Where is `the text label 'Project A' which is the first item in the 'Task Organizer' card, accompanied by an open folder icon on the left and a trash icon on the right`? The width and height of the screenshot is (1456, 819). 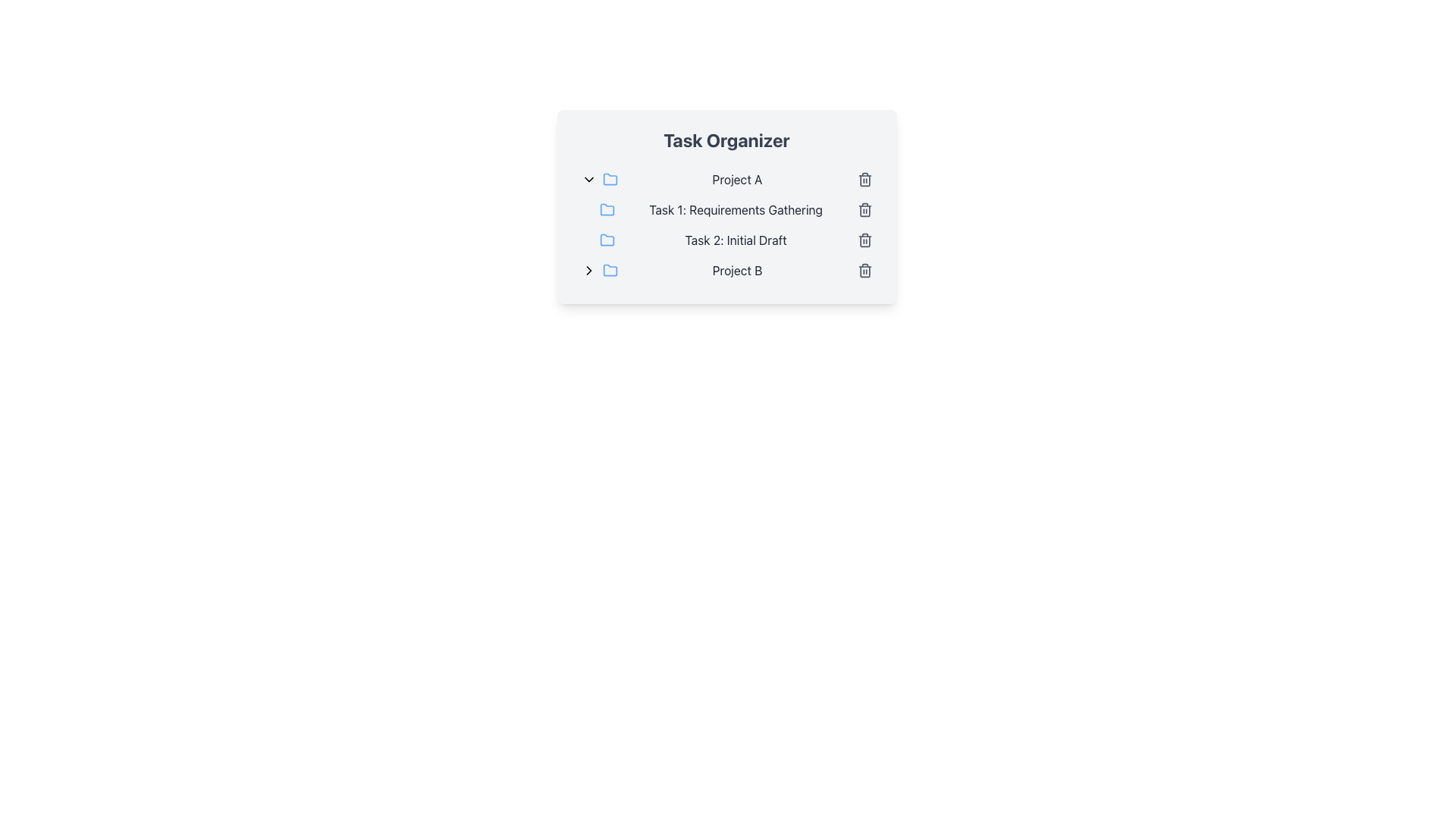 the text label 'Project A' which is the first item in the 'Task Organizer' card, accompanied by an open folder icon on the left and a trash icon on the right is located at coordinates (737, 178).